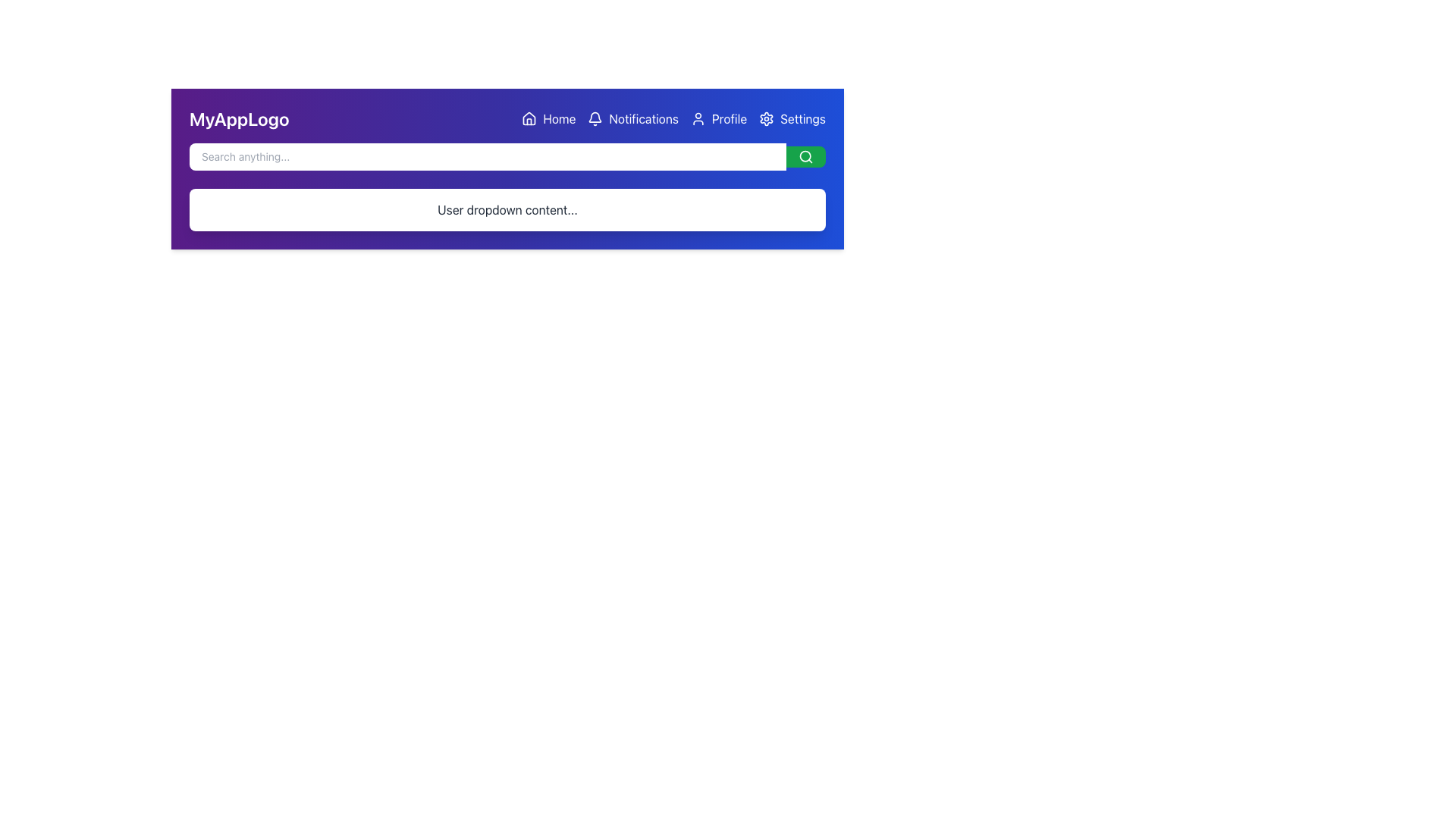 This screenshot has width=1456, height=819. Describe the element at coordinates (697, 118) in the screenshot. I see `the 'Profile' icon in the navigation bar, which is positioned between the 'Notifications' icon and the 'Settings' icon` at that location.